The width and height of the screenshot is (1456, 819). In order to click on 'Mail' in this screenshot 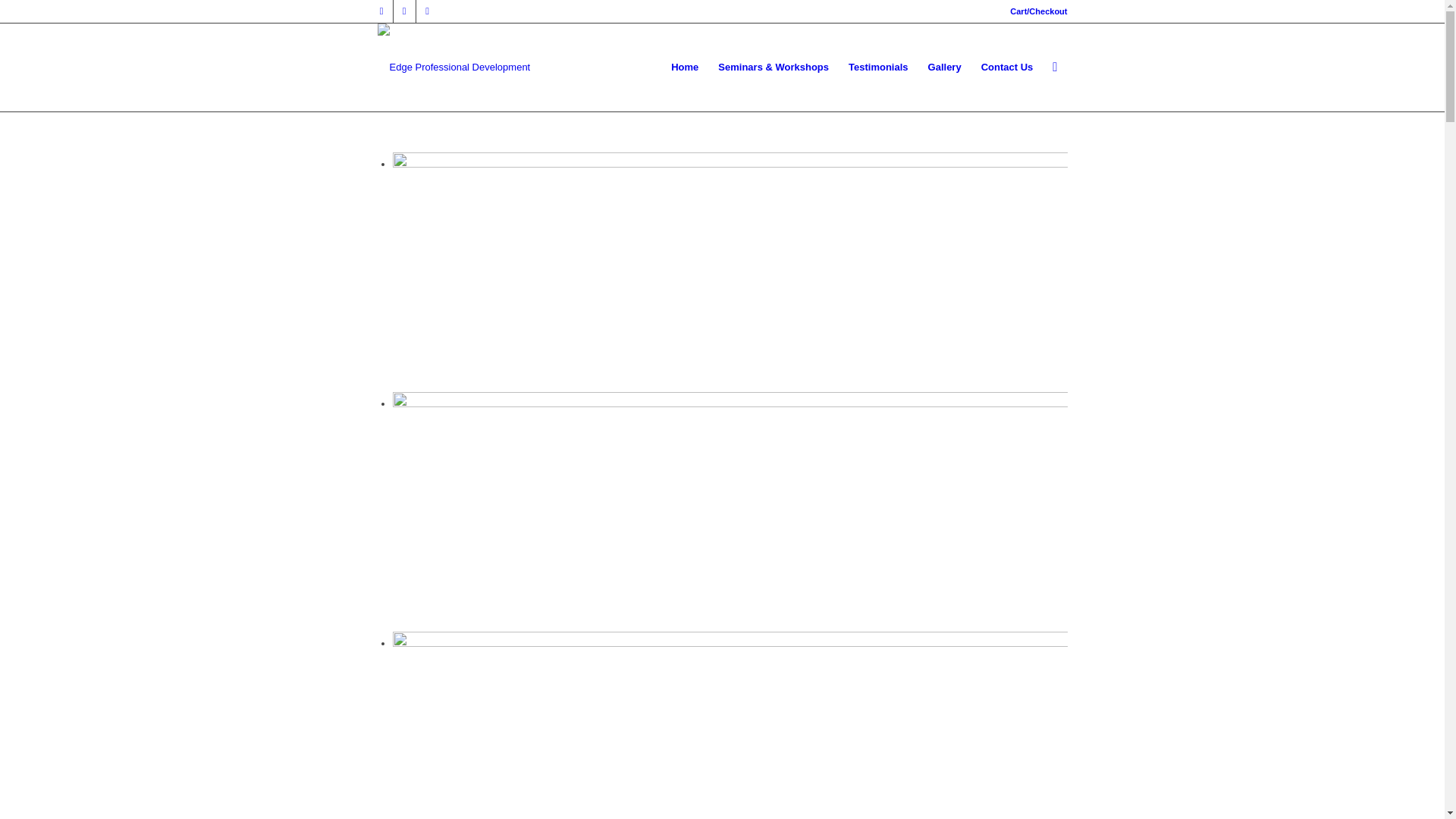, I will do `click(425, 11)`.